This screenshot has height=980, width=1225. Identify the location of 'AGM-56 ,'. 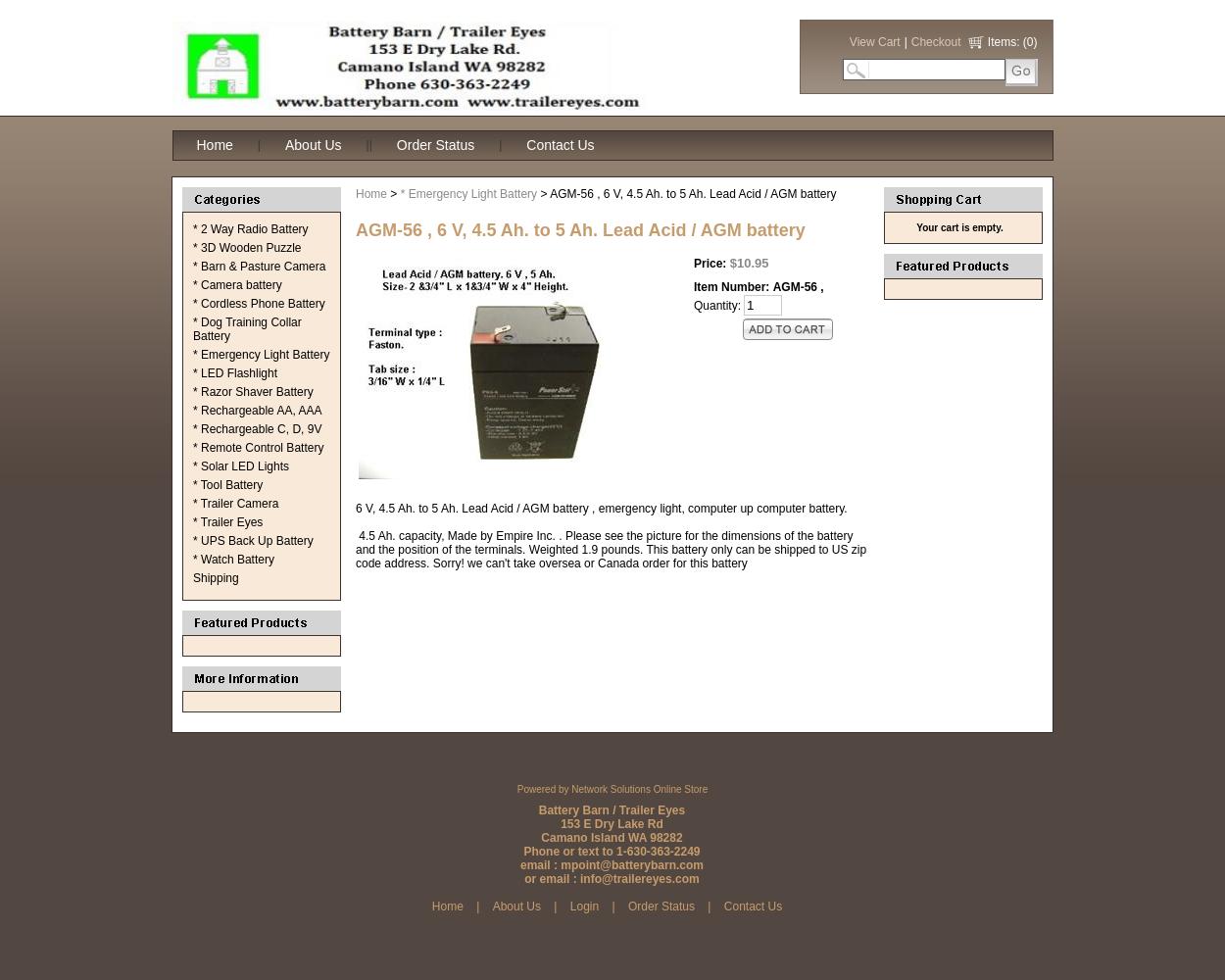
(772, 287).